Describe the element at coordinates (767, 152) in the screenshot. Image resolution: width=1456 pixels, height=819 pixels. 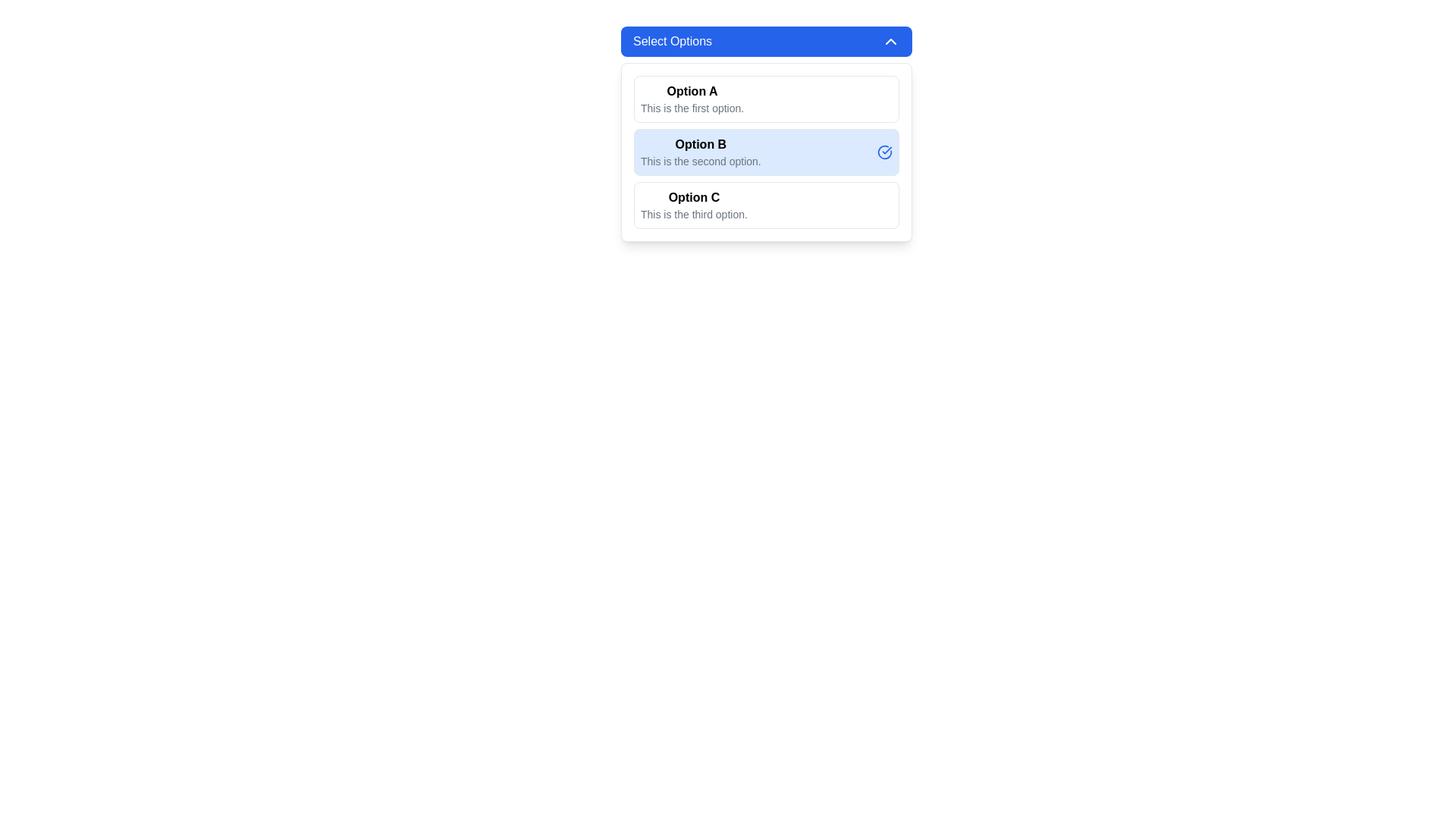
I see `to select the second item in the 'Select Options' dropdown menu, which highlights it as the current choice` at that location.